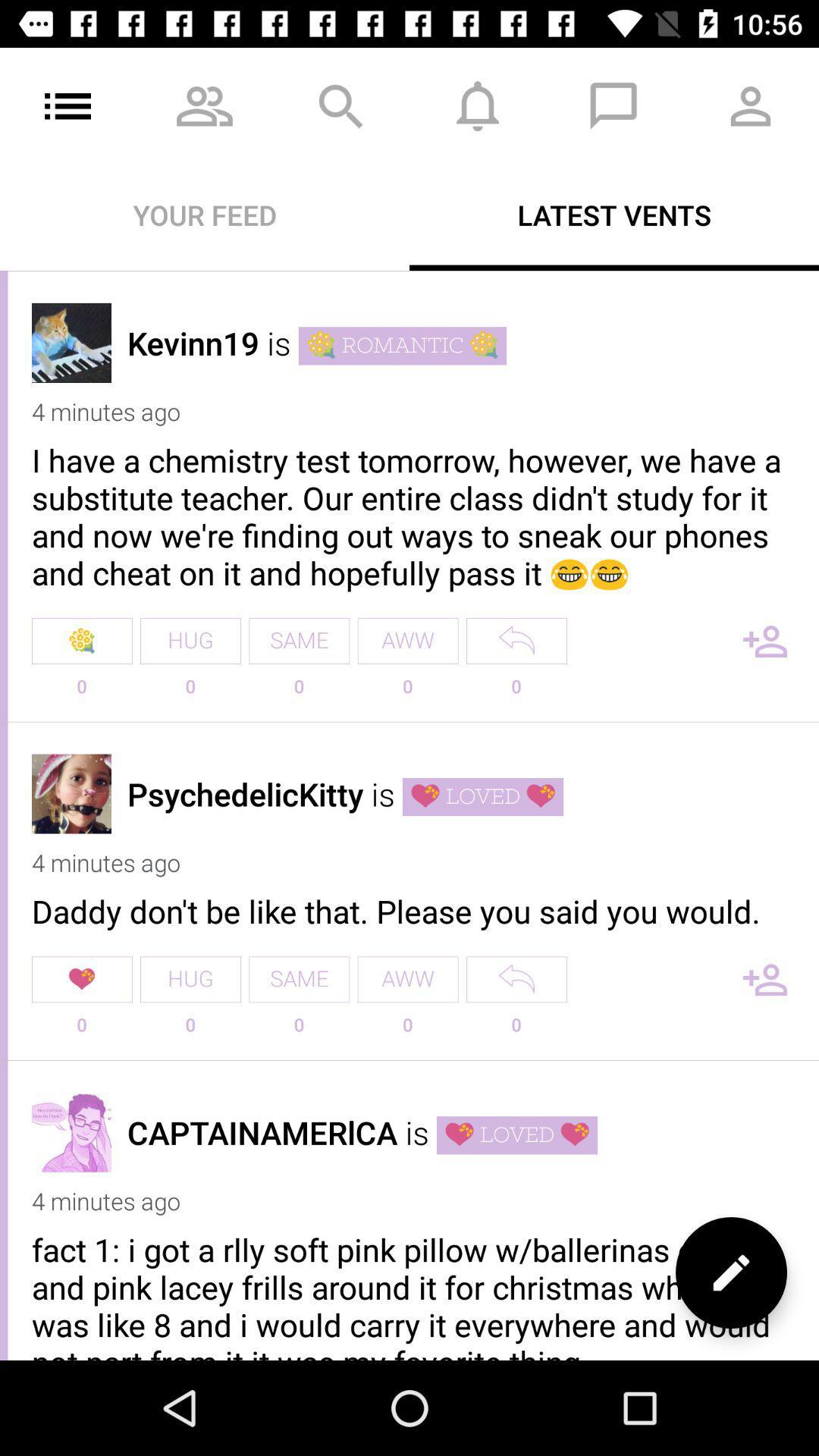  Describe the element at coordinates (765, 641) in the screenshot. I see `new contact` at that location.